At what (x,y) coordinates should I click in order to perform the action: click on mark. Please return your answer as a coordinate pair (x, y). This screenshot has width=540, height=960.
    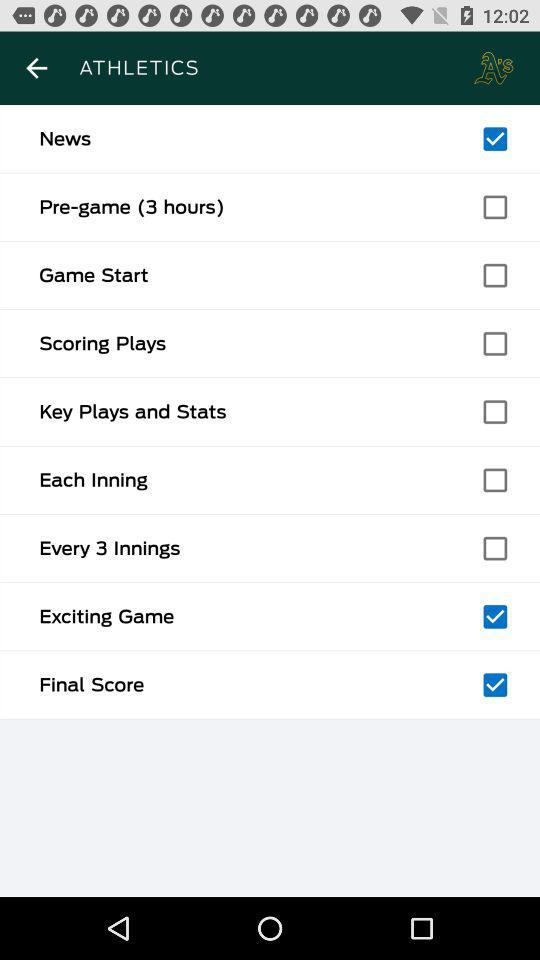
    Looking at the image, I should click on (494, 548).